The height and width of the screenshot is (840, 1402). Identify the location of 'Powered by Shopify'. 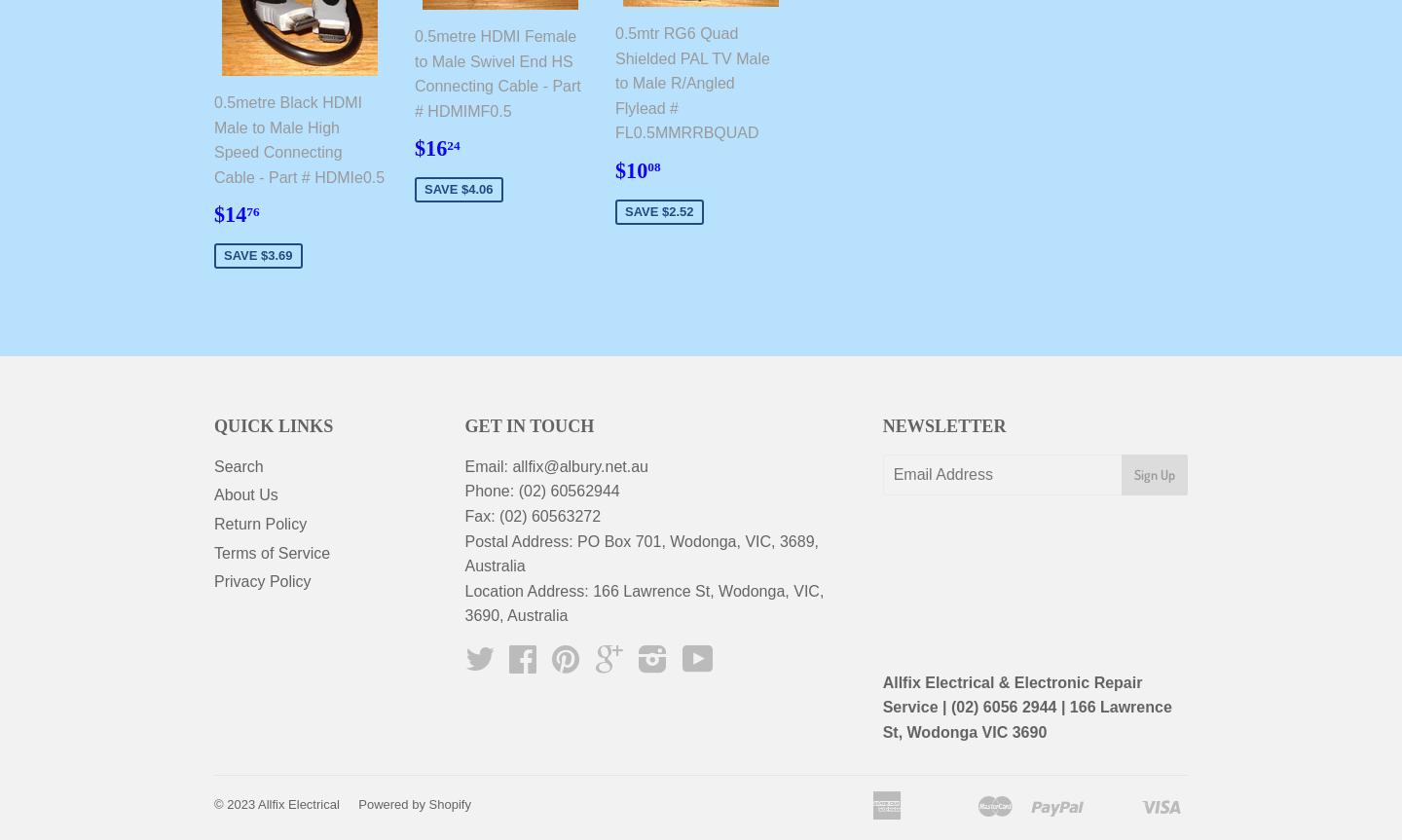
(357, 802).